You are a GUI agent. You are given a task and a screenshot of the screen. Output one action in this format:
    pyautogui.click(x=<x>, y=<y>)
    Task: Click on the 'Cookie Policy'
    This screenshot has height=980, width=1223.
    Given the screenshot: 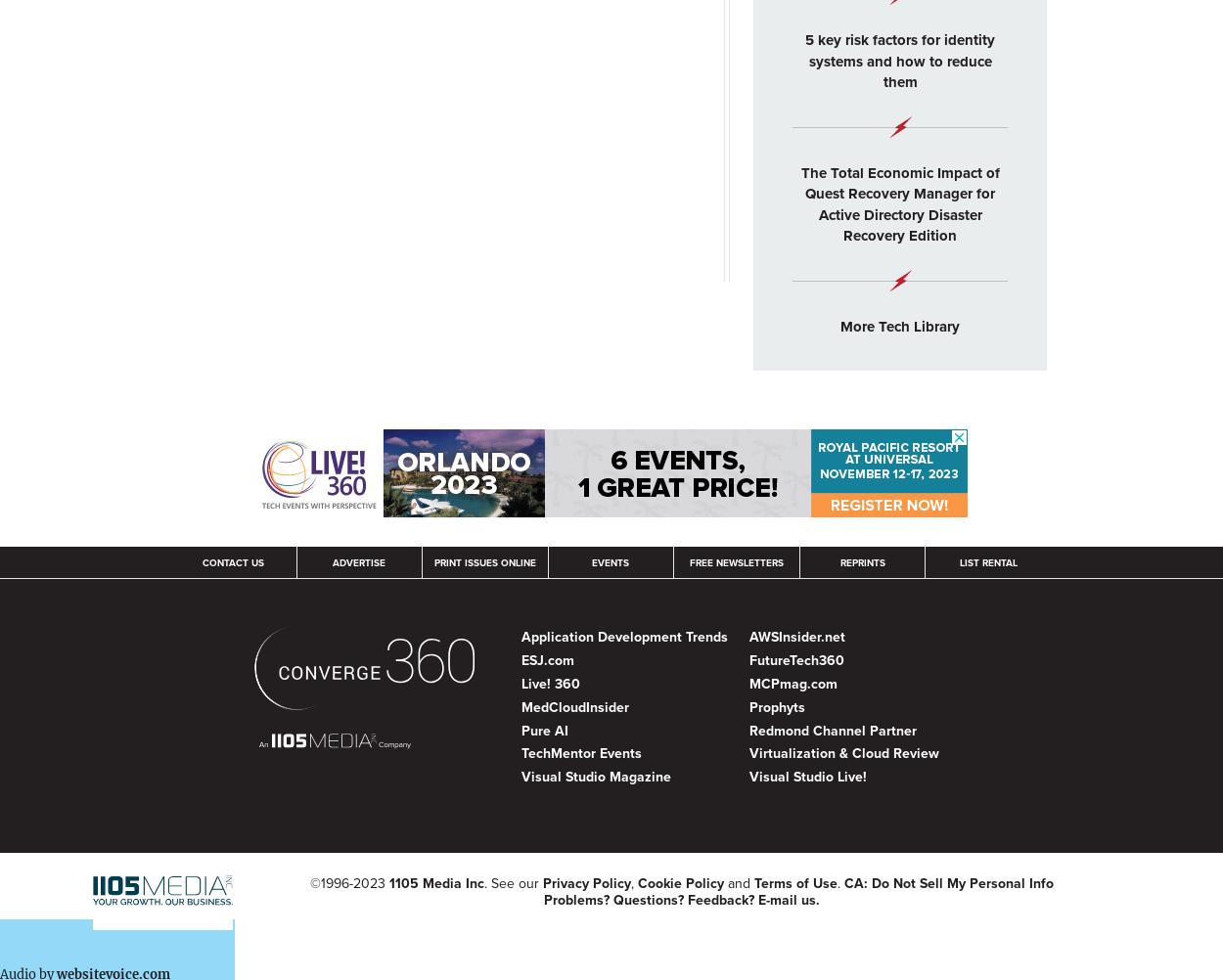 What is the action you would take?
    pyautogui.click(x=679, y=883)
    